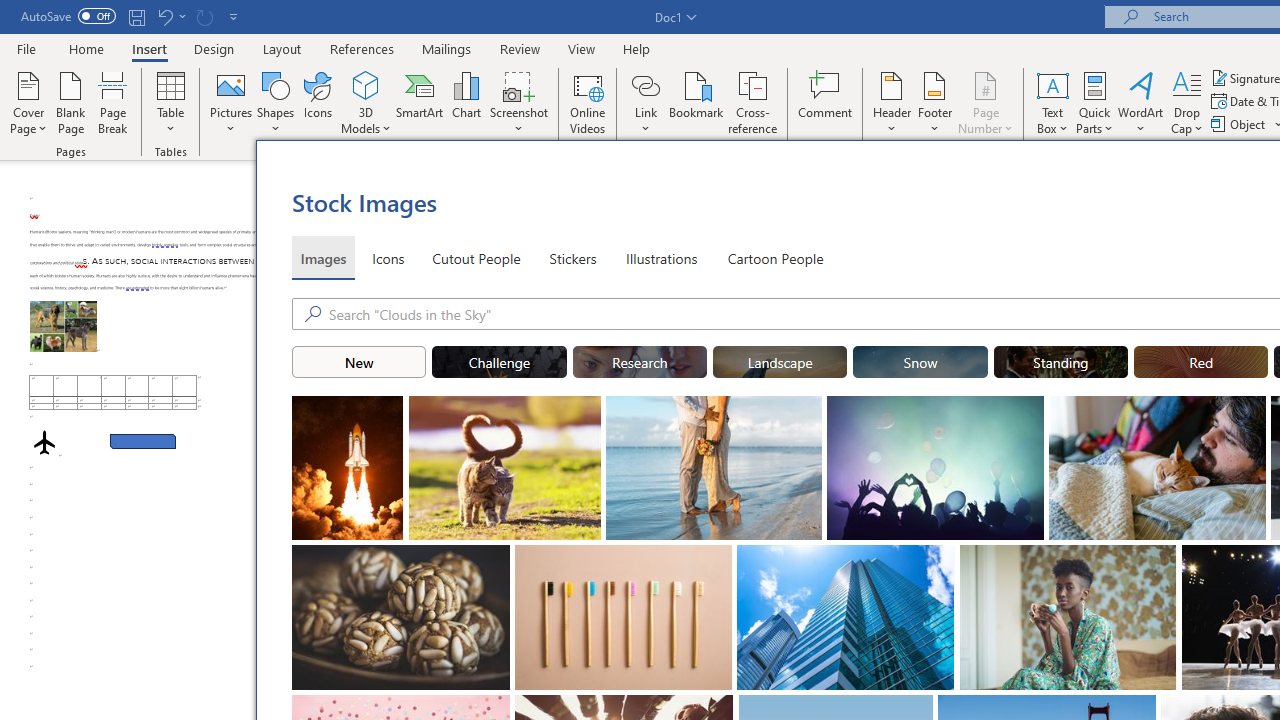 Image resolution: width=1280 pixels, height=720 pixels. What do you see at coordinates (323, 257) in the screenshot?
I see `'Images'` at bounding box center [323, 257].